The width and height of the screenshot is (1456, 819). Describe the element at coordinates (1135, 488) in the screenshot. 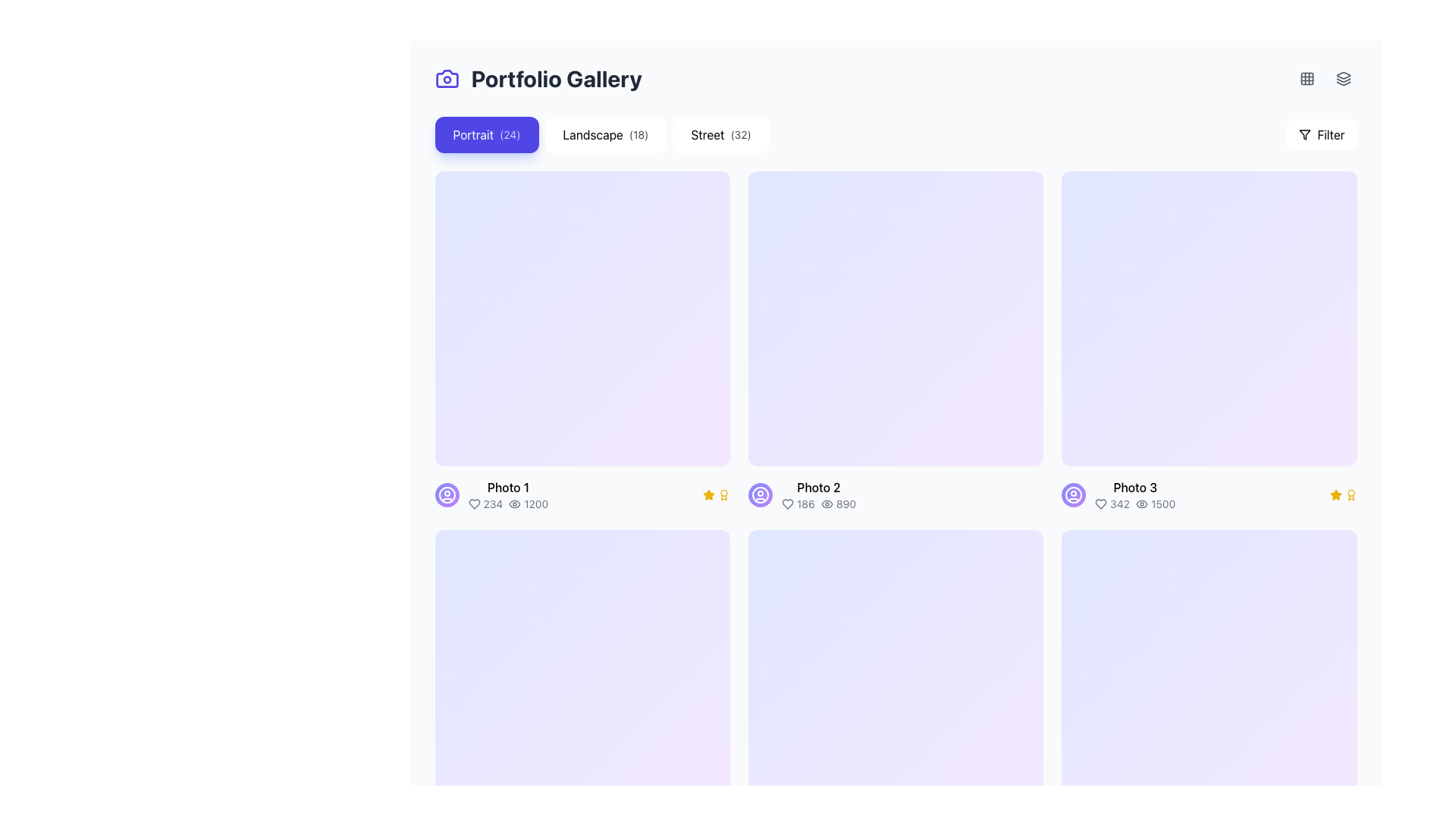

I see `the title text located at the bottom of the third photo card in the second row of the grid layout` at that location.